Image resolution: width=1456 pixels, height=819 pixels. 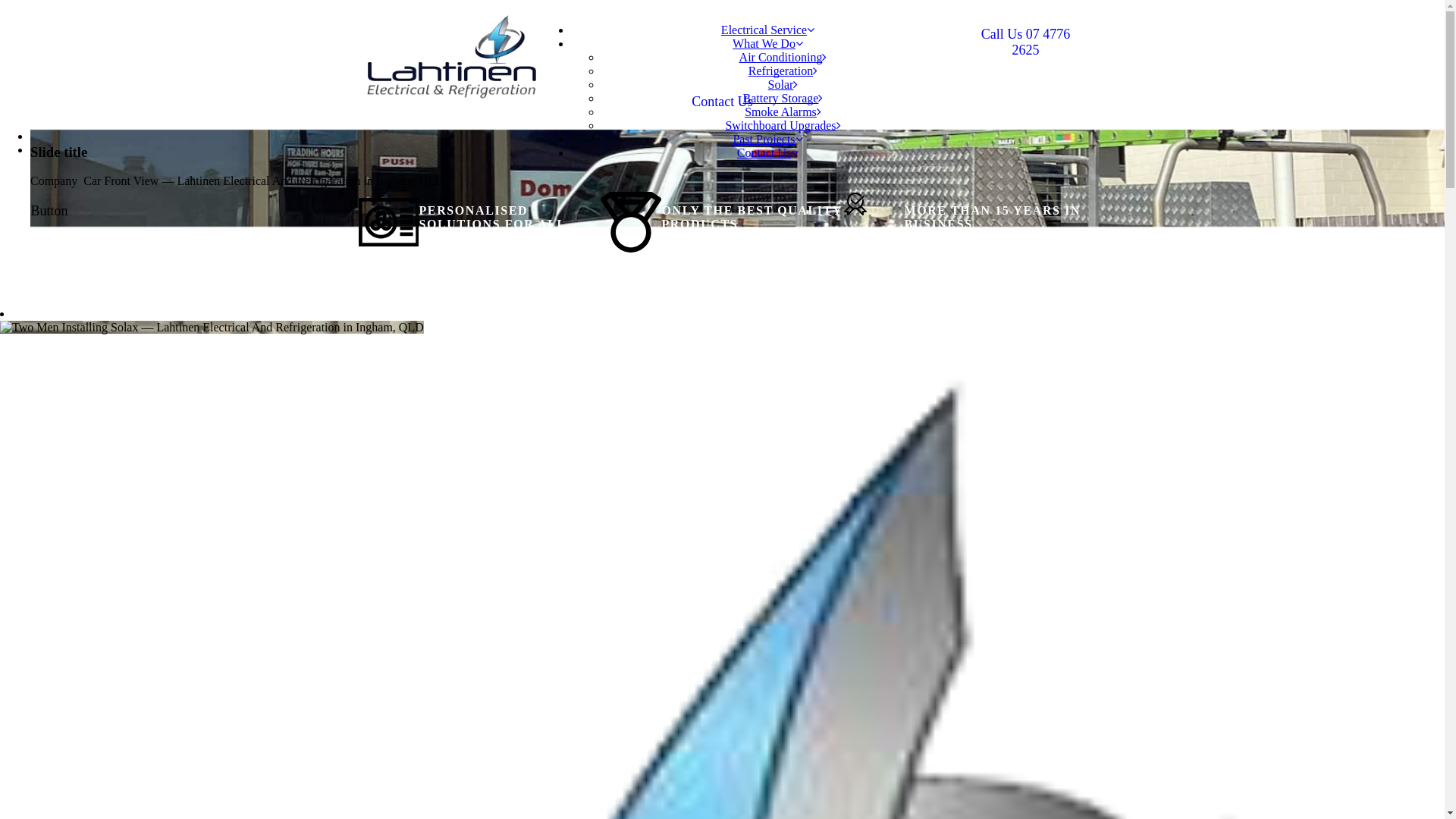 I want to click on 'Call Us 07 4776 2625', so click(x=1025, y=42).